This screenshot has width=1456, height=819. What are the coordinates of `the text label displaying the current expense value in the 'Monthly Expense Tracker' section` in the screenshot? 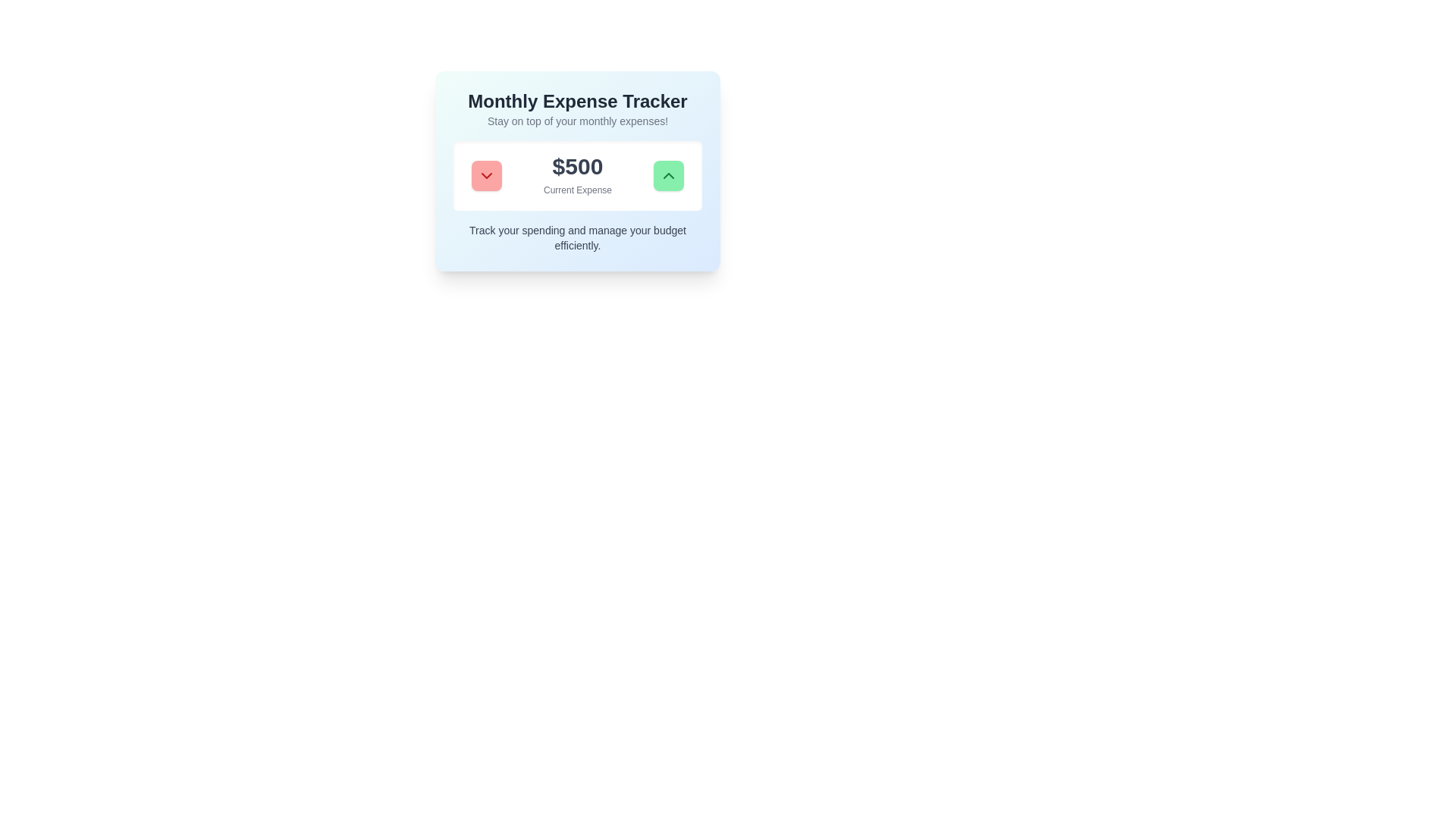 It's located at (577, 174).